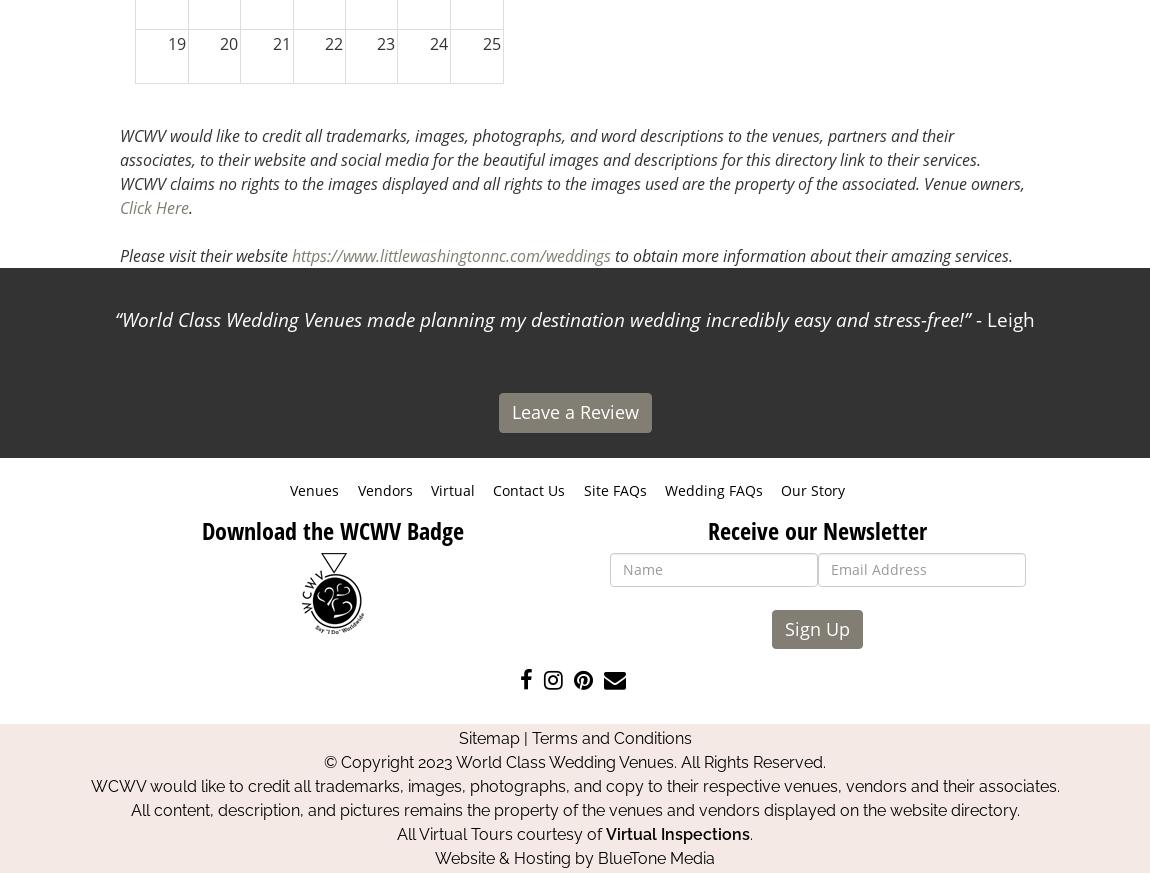 The image size is (1150, 873). I want to click on '9', so click(495, 171).